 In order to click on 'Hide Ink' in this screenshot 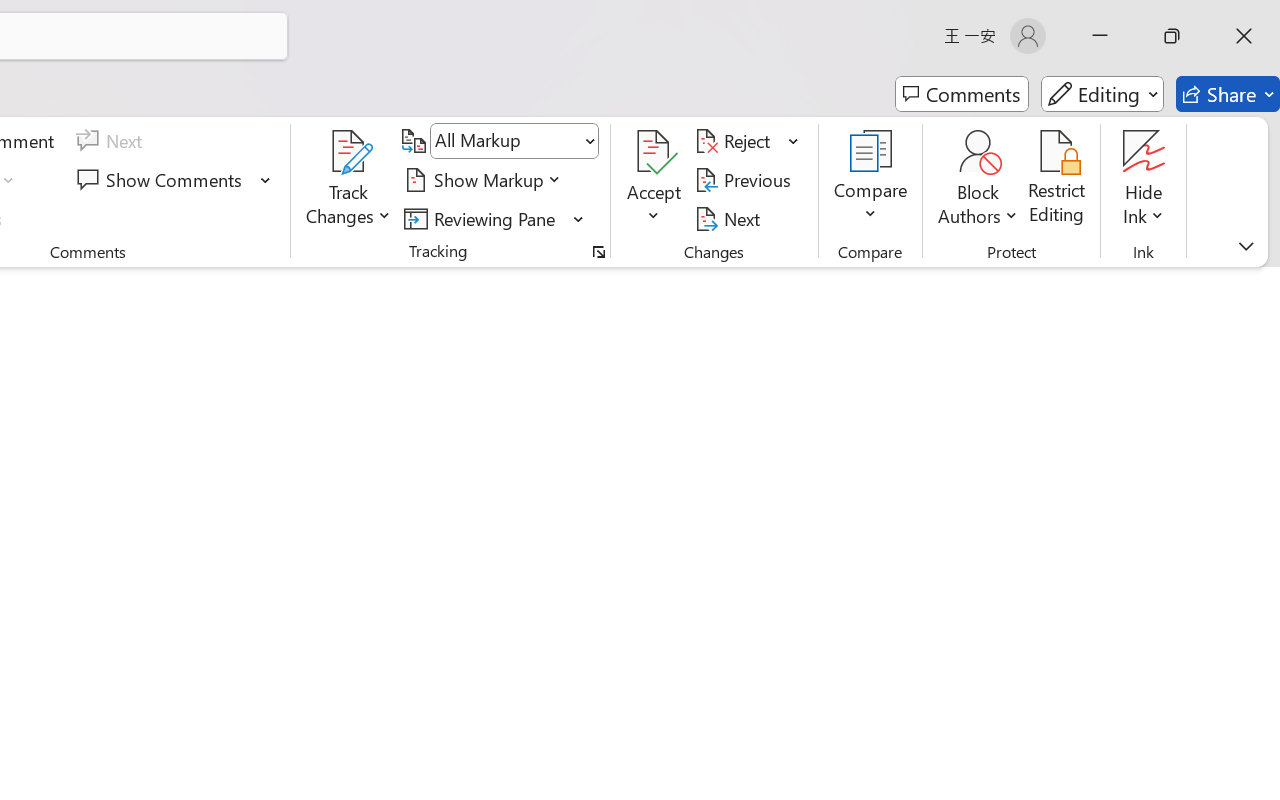, I will do `click(1144, 179)`.